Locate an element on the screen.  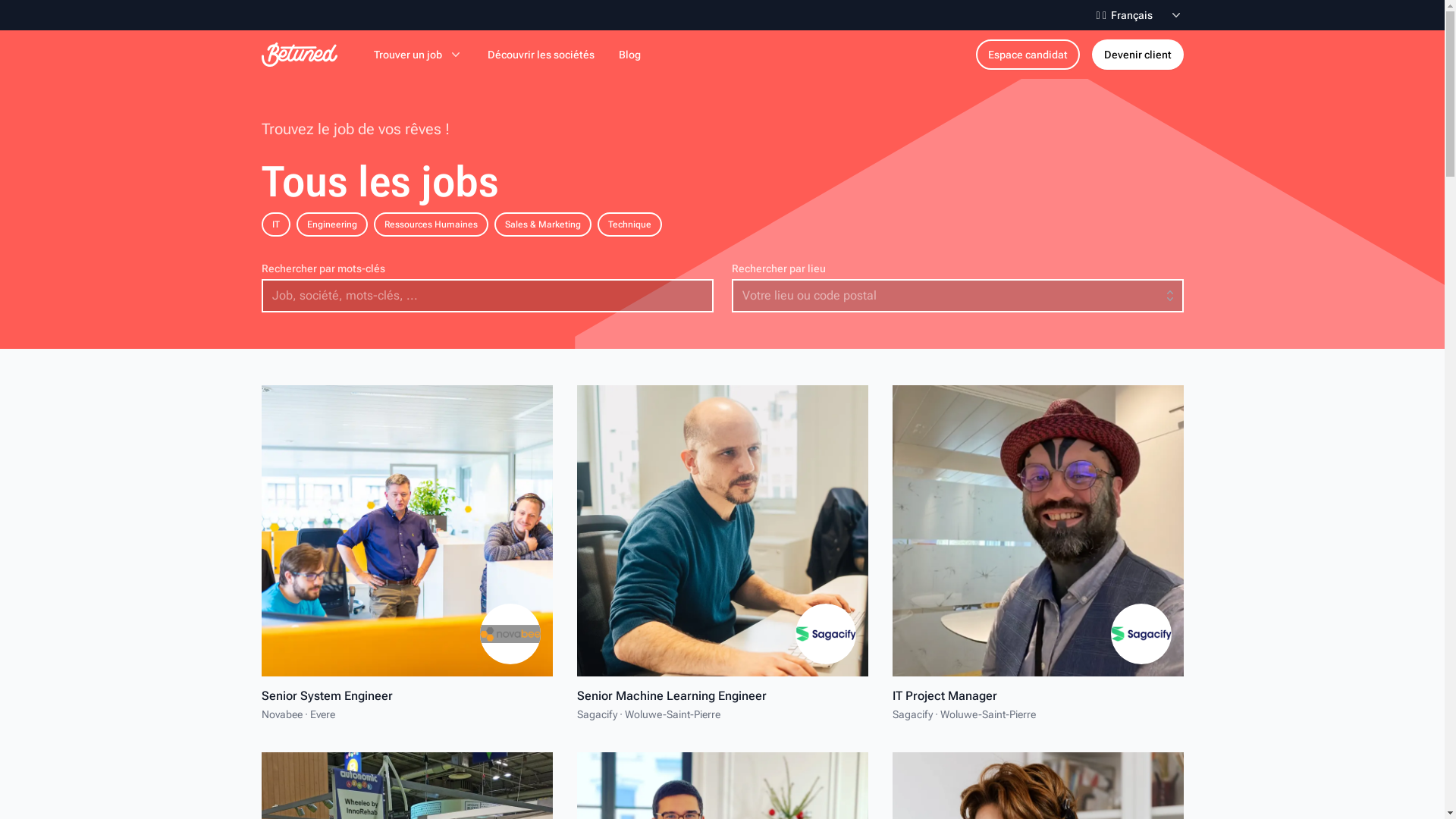
'Trouver un job' is located at coordinates (418, 54).